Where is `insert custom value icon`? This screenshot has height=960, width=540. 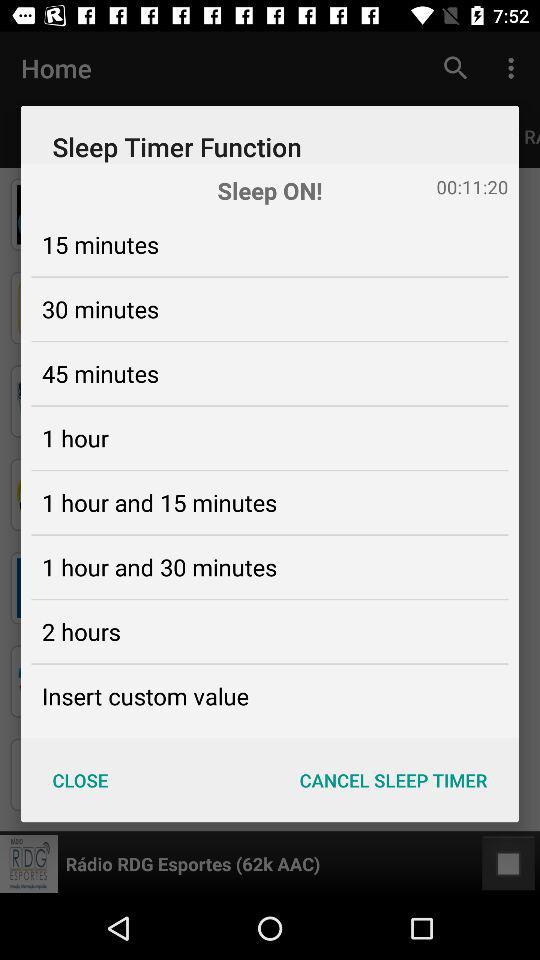 insert custom value icon is located at coordinates (144, 696).